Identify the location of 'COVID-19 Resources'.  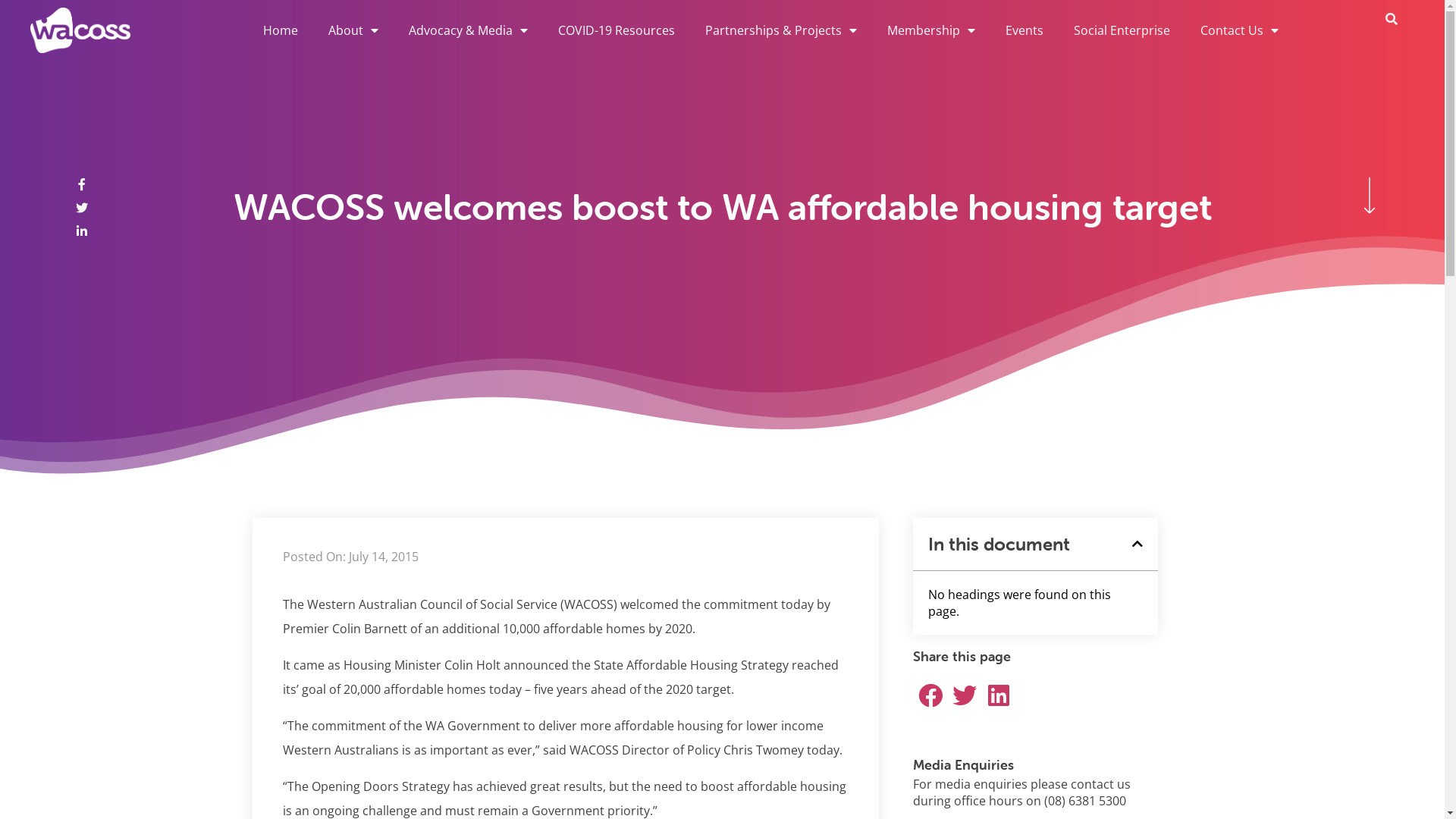
(616, 30).